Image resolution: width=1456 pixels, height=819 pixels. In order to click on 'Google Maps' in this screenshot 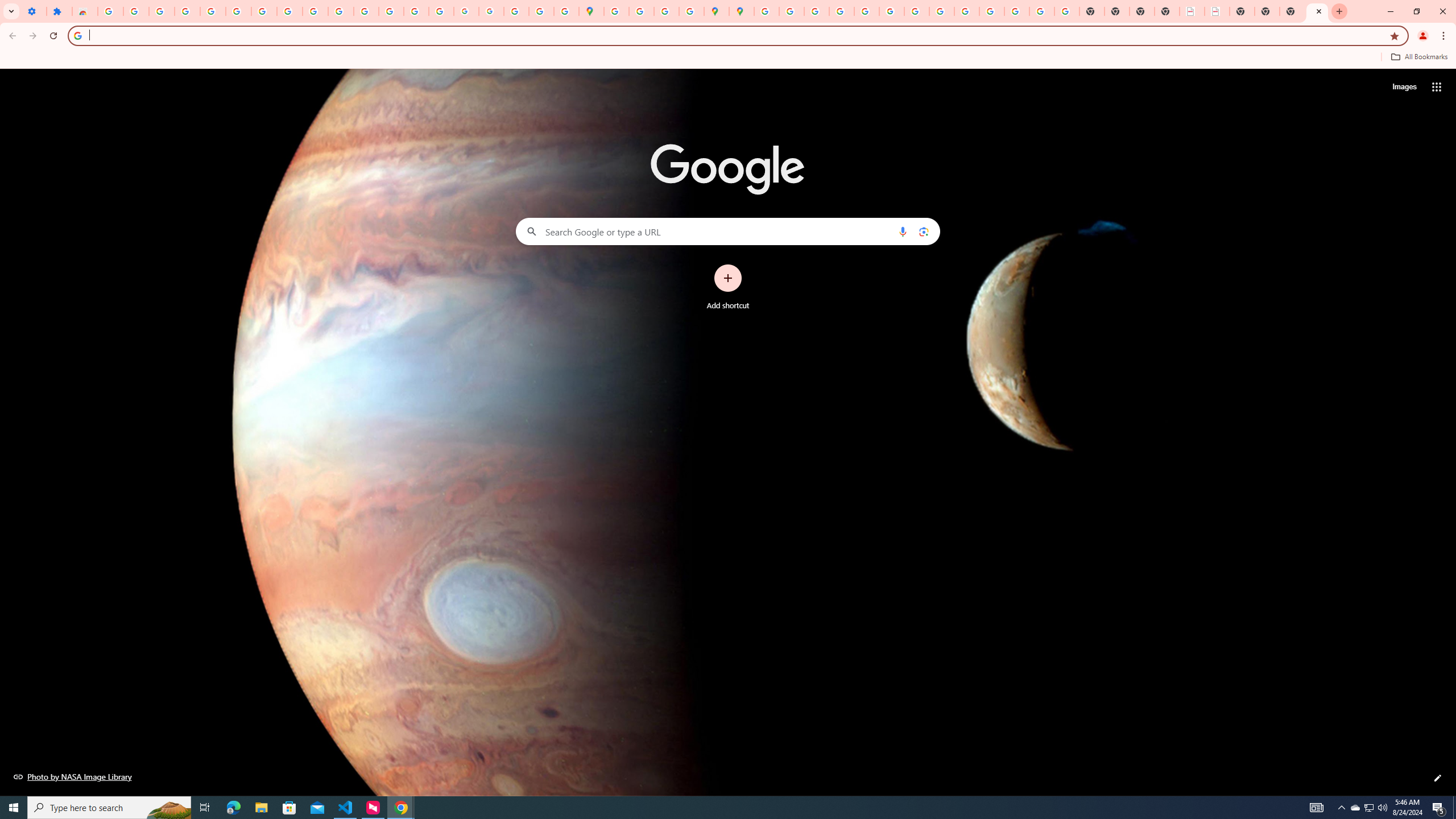, I will do `click(591, 11)`.